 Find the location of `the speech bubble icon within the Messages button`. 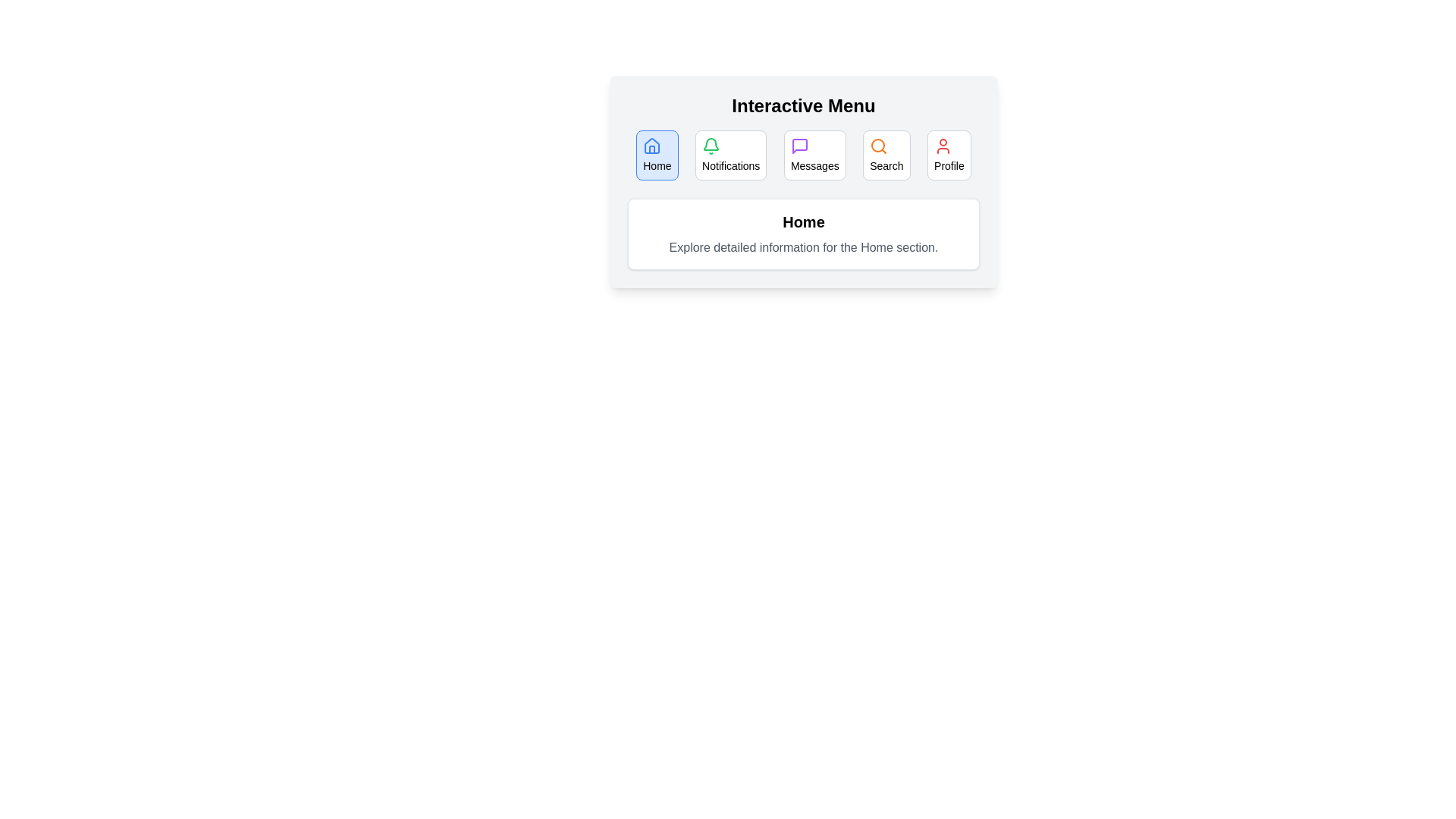

the speech bubble icon within the Messages button is located at coordinates (799, 146).